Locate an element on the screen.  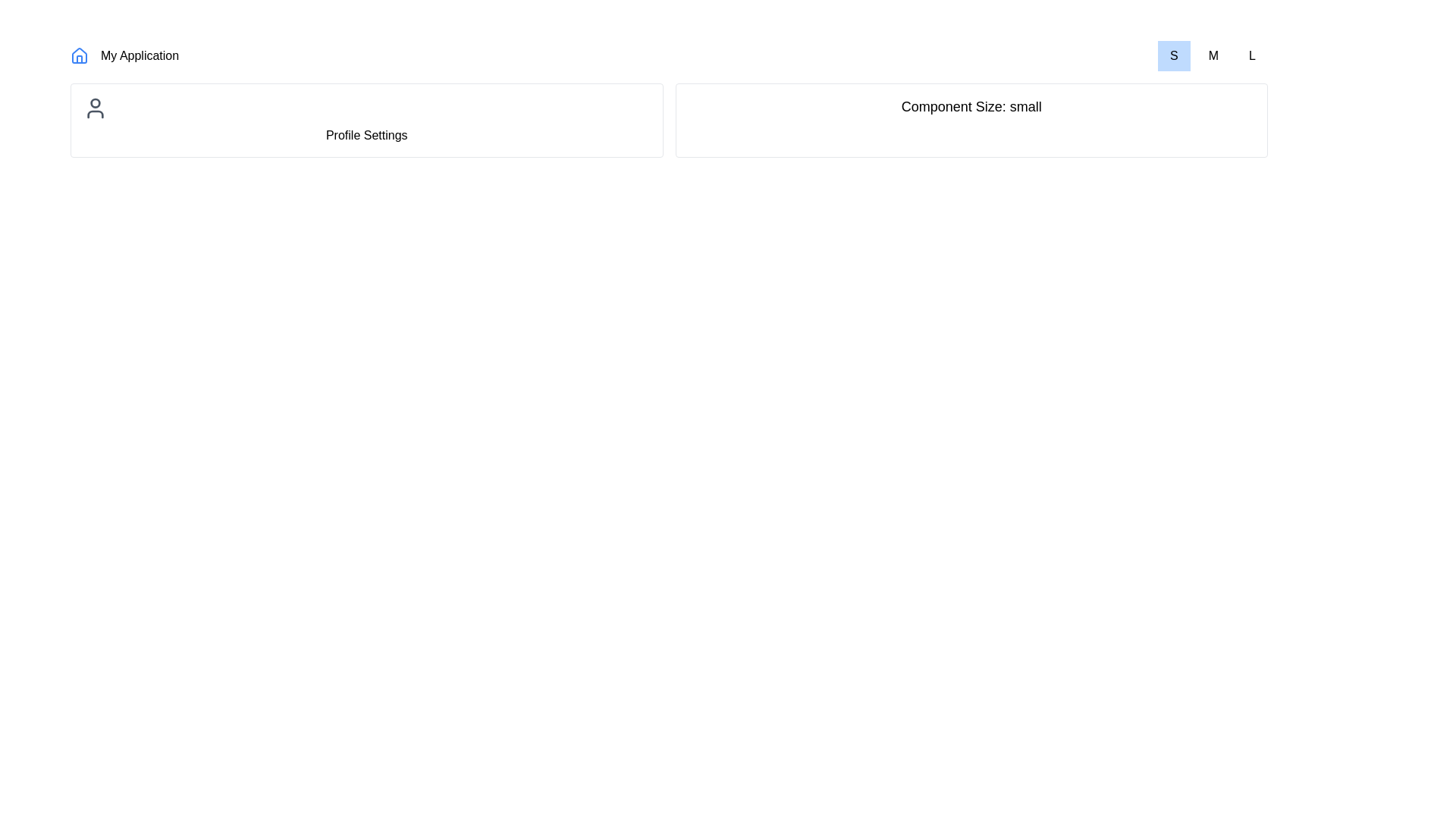
the 'Small' button in the top-right toolbar is located at coordinates (1173, 55).